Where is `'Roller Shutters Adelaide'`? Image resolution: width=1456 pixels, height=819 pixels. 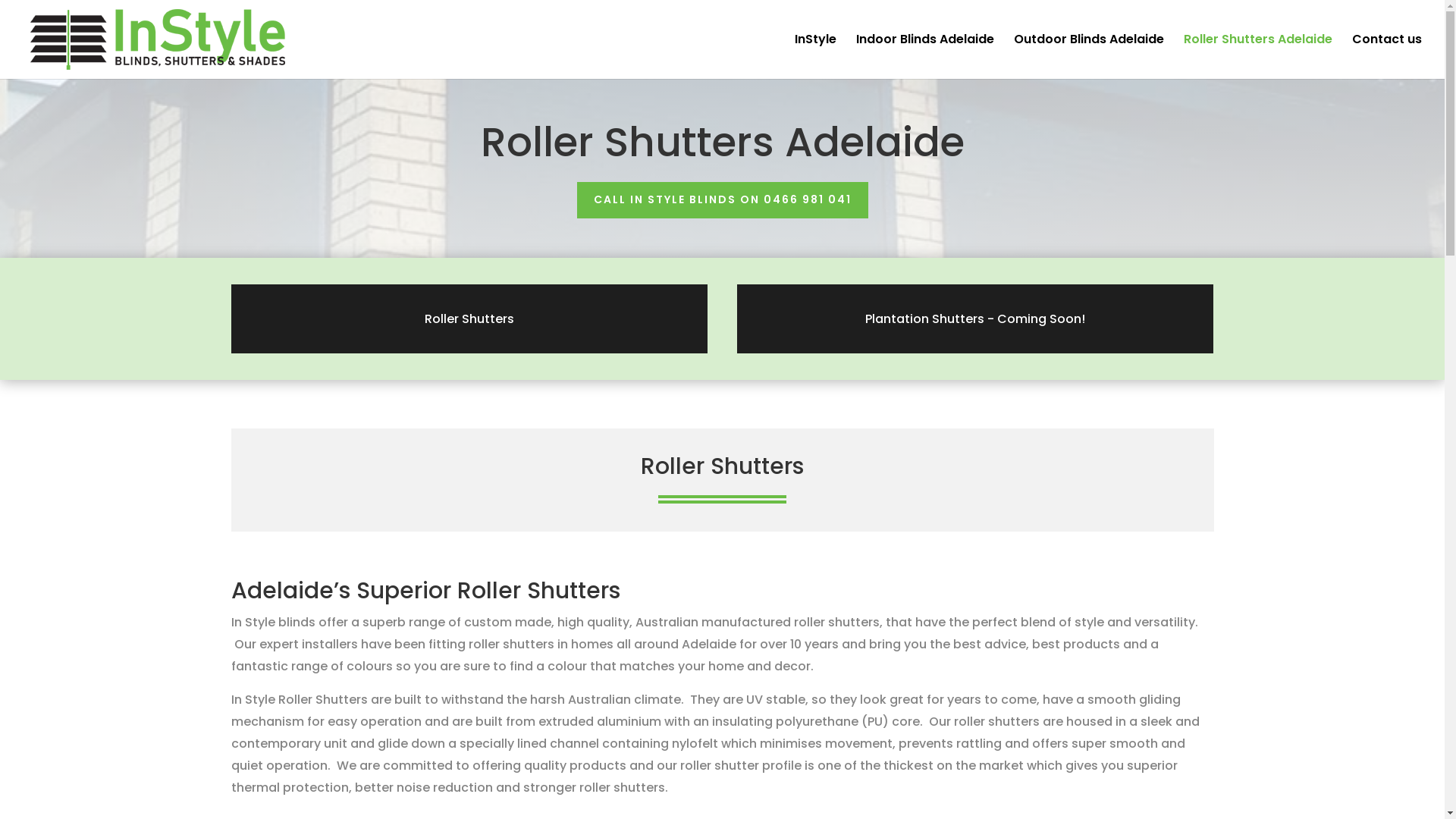 'Roller Shutters Adelaide' is located at coordinates (1258, 55).